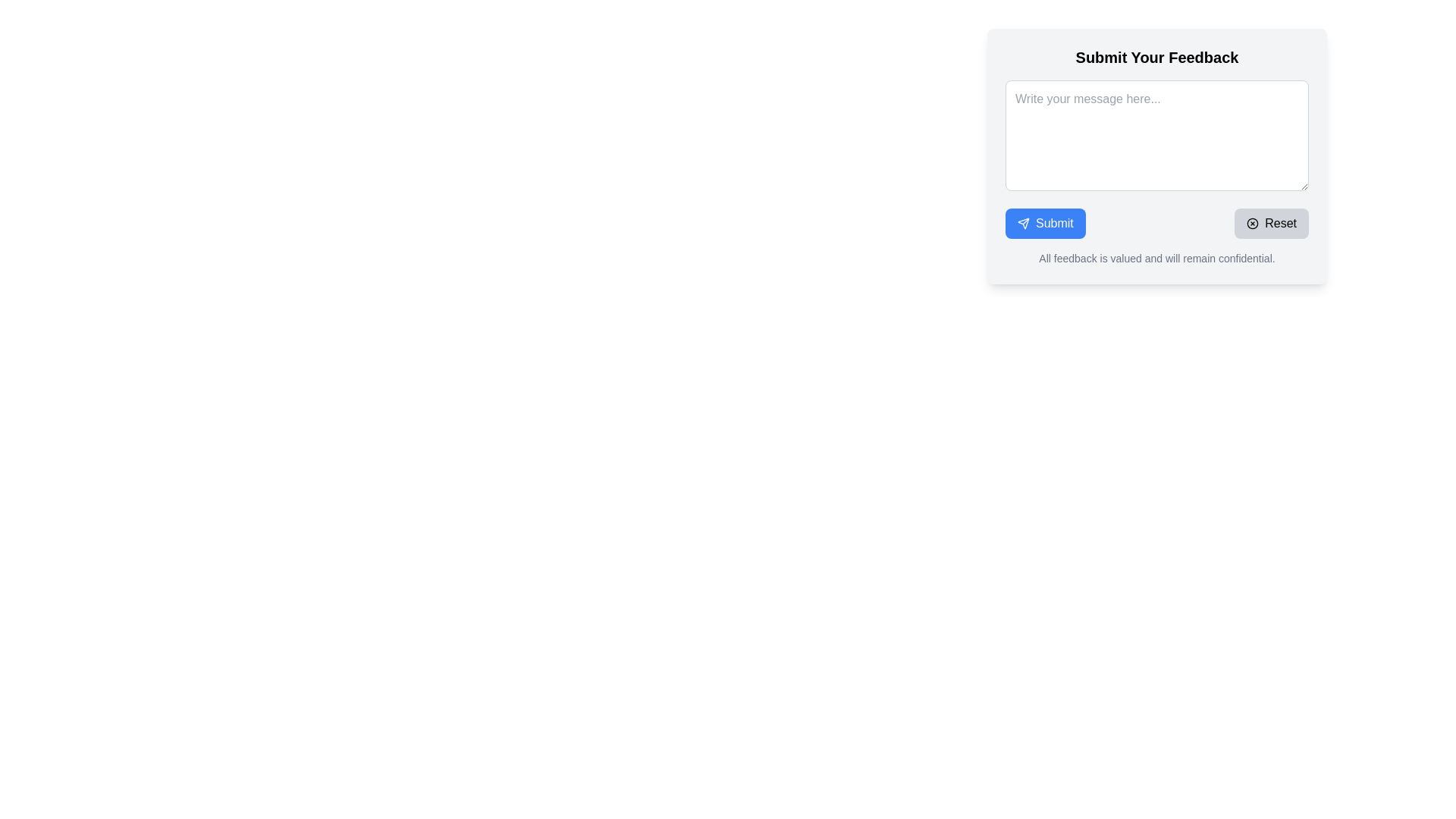 Image resolution: width=1456 pixels, height=819 pixels. Describe the element at coordinates (1044, 223) in the screenshot. I see `the blue rectangular 'Submit' button with rounded corners` at that location.